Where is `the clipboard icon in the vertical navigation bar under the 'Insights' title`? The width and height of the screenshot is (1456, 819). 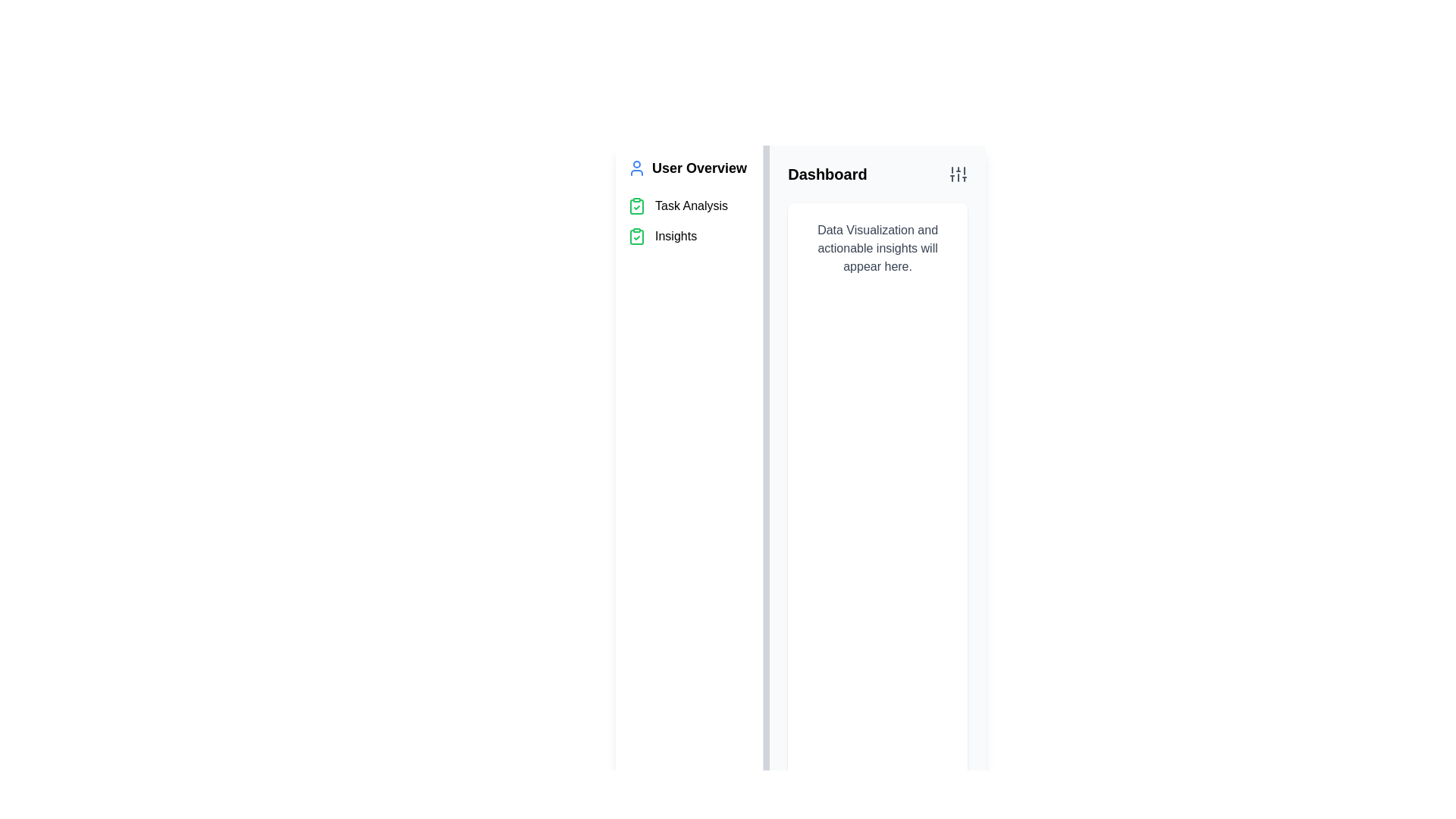
the clipboard icon in the vertical navigation bar under the 'Insights' title is located at coordinates (637, 237).